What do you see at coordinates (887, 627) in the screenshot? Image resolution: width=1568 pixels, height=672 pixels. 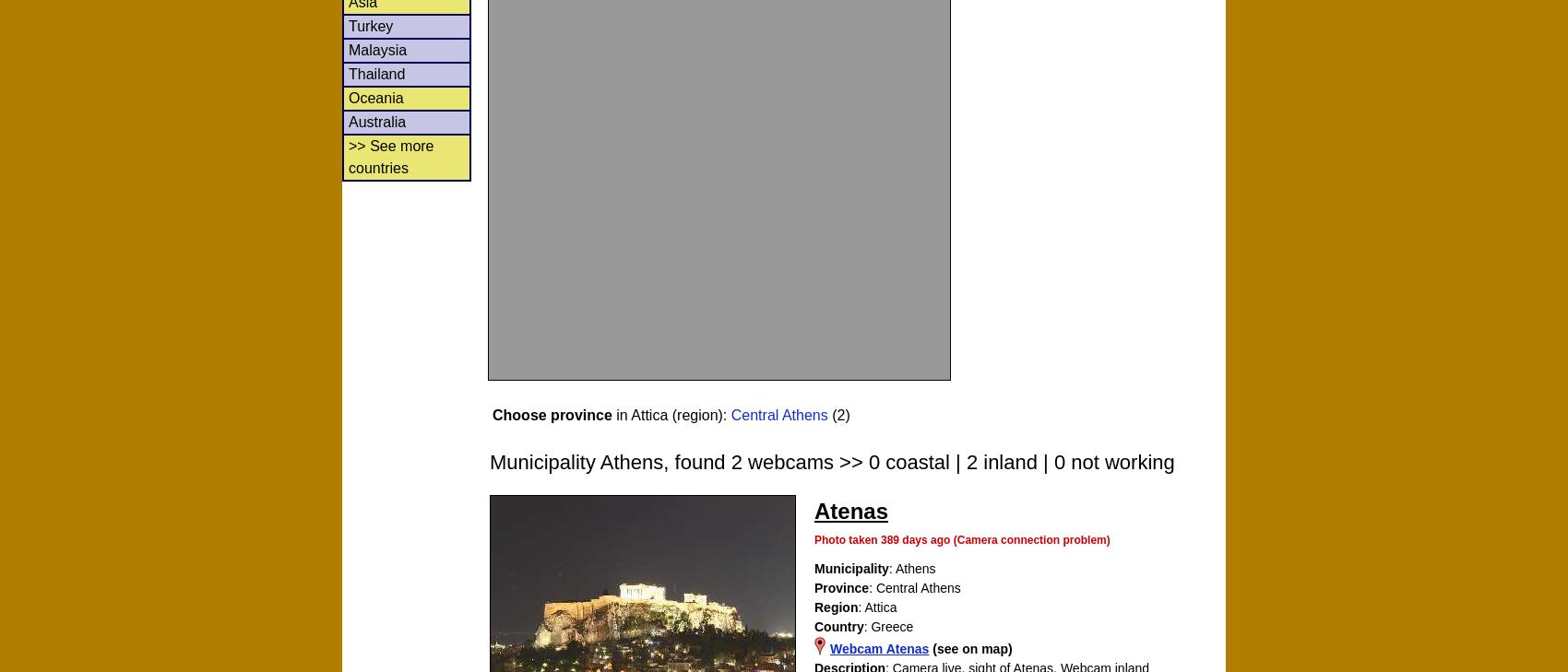 I see `':
	Greece'` at bounding box center [887, 627].